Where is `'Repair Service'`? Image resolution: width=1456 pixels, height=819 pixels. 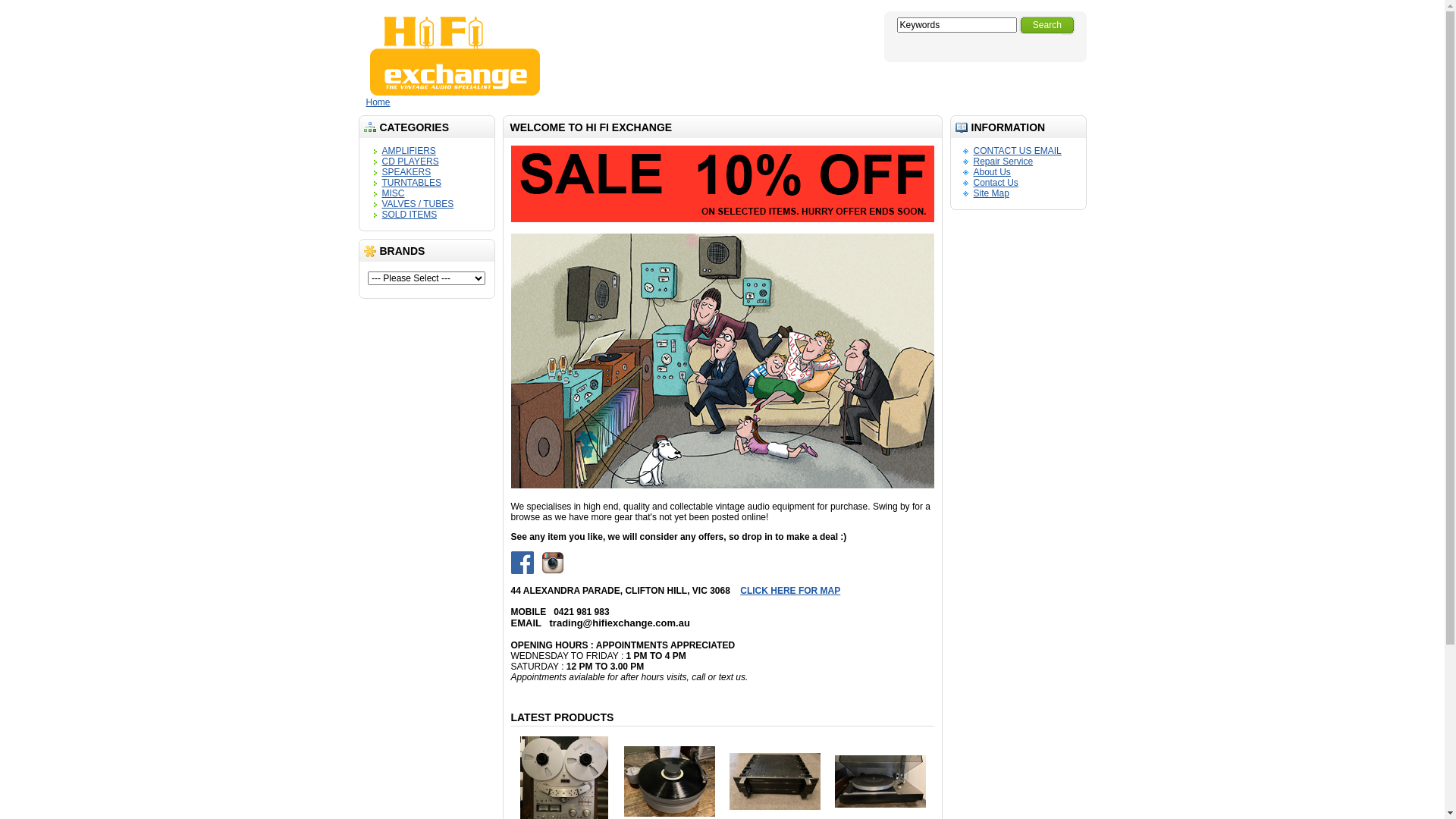
'Repair Service' is located at coordinates (1003, 161).